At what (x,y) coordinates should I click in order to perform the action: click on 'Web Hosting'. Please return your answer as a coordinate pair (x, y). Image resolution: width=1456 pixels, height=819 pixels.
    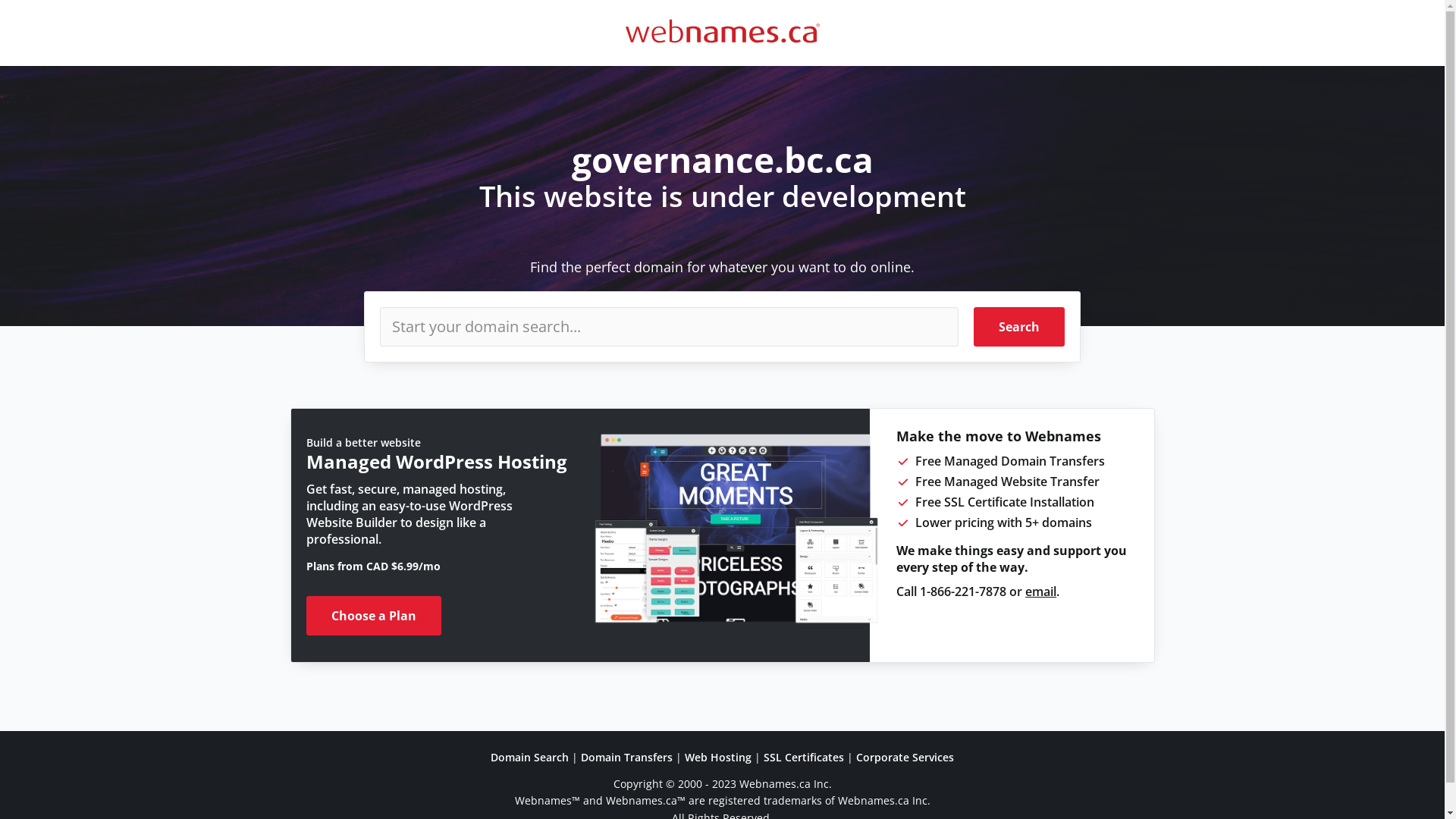
    Looking at the image, I should click on (717, 757).